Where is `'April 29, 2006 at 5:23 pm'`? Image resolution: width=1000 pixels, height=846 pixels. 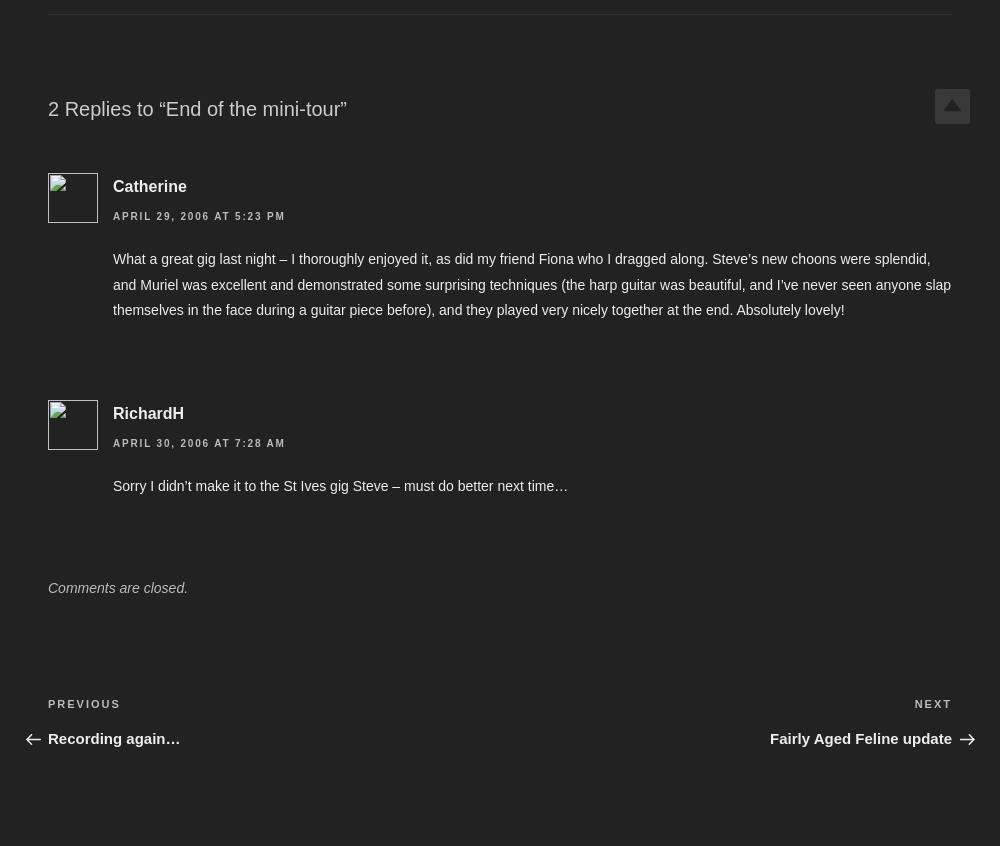
'April 29, 2006 at 5:23 pm' is located at coordinates (198, 216).